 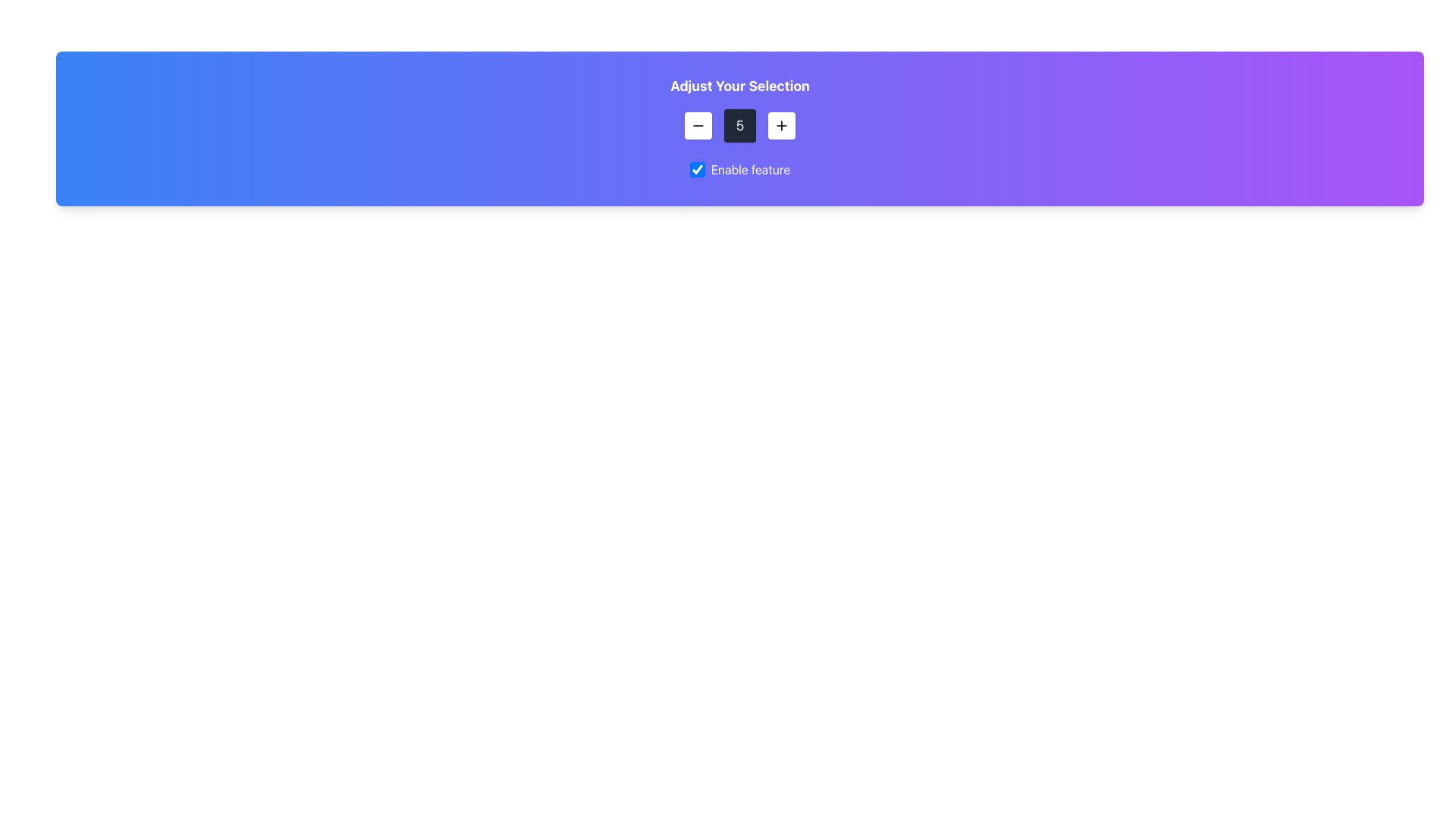 What do you see at coordinates (739, 124) in the screenshot?
I see `the Display button located under the header 'Adjust Your Selection', which is the middle button in a horizontal arrangement between the '+' and '-' buttons` at bounding box center [739, 124].